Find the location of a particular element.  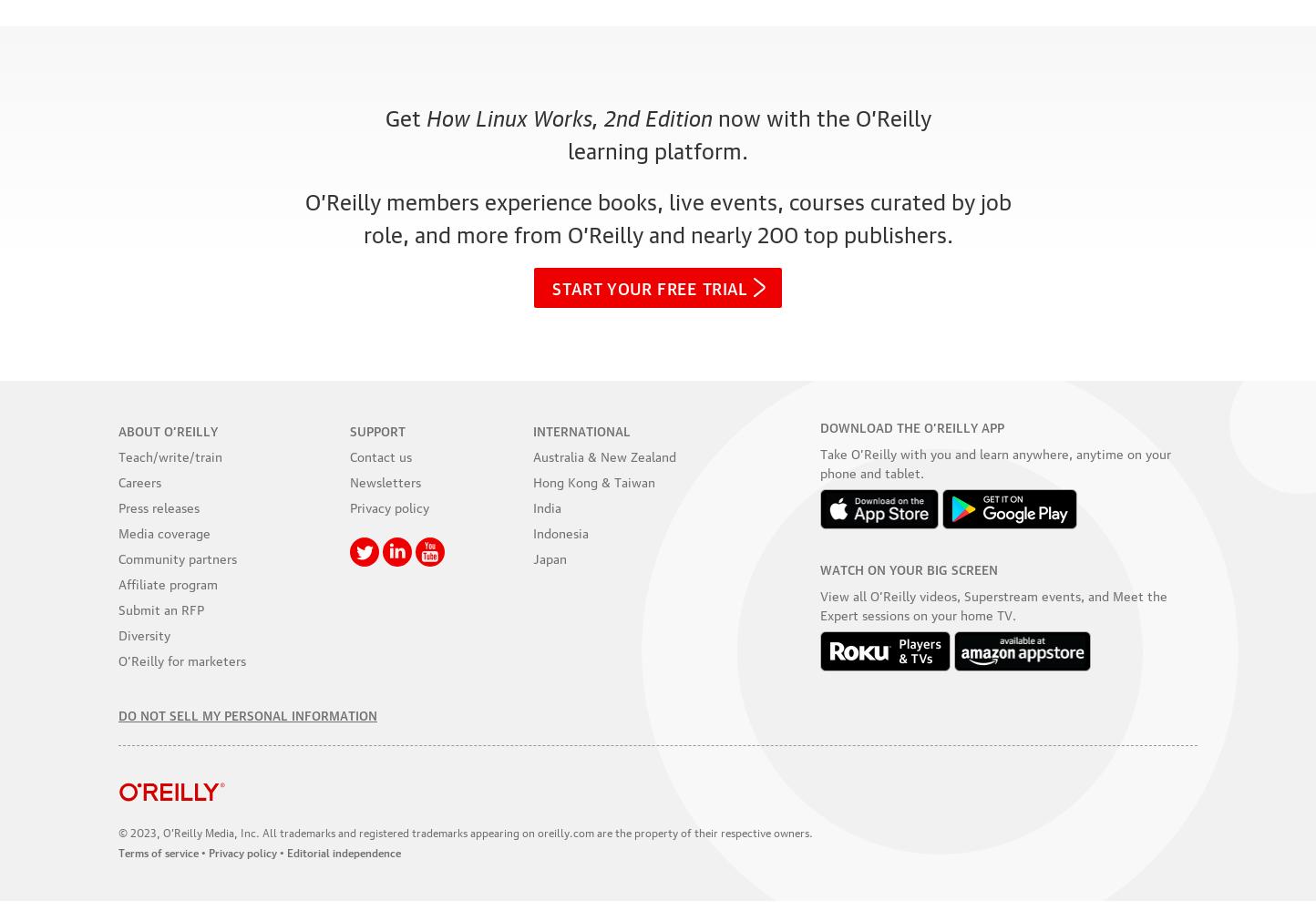

'now with the O’Reilly' is located at coordinates (821, 117).